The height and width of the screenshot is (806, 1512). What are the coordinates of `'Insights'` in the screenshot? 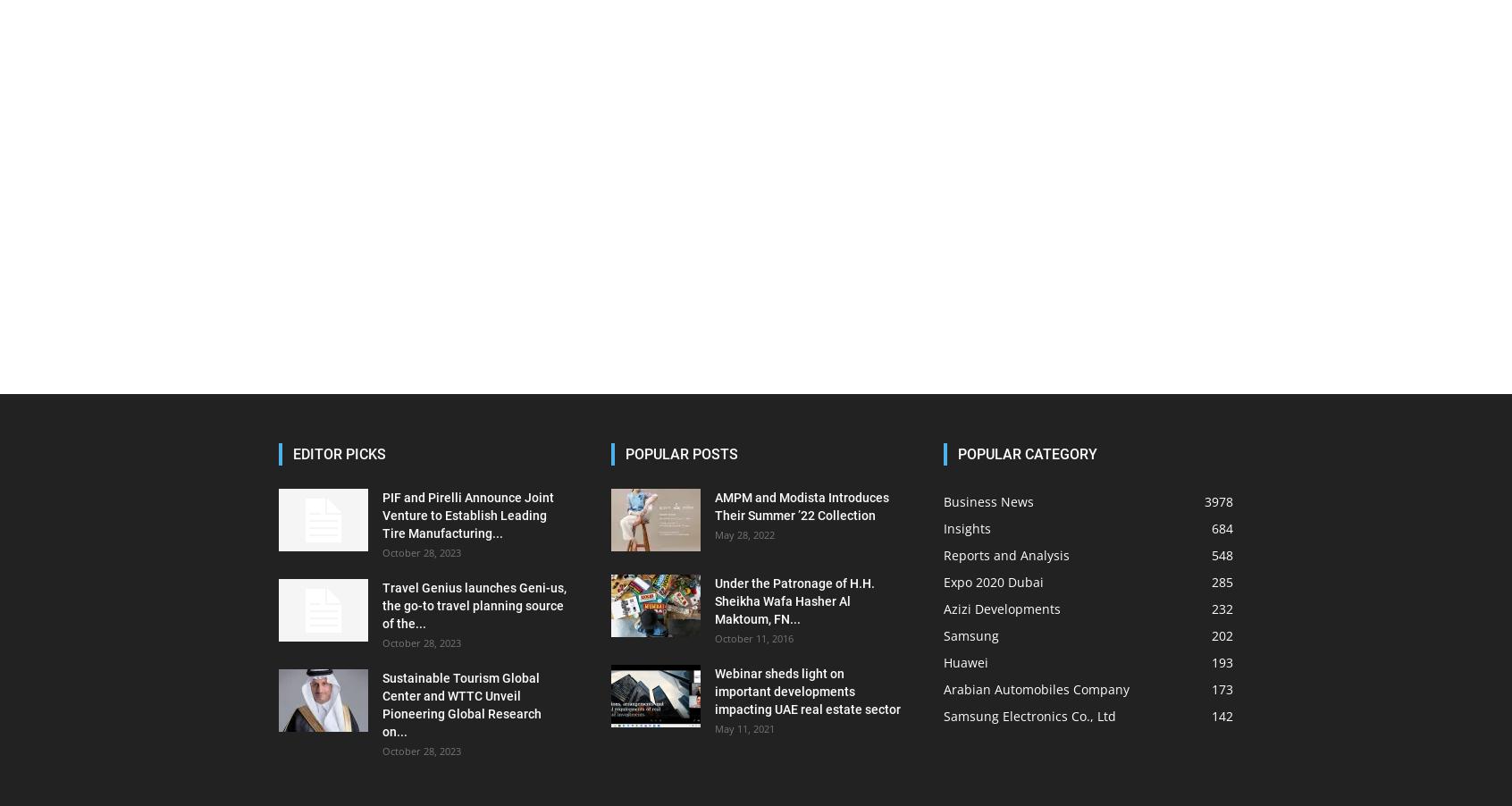 It's located at (967, 528).